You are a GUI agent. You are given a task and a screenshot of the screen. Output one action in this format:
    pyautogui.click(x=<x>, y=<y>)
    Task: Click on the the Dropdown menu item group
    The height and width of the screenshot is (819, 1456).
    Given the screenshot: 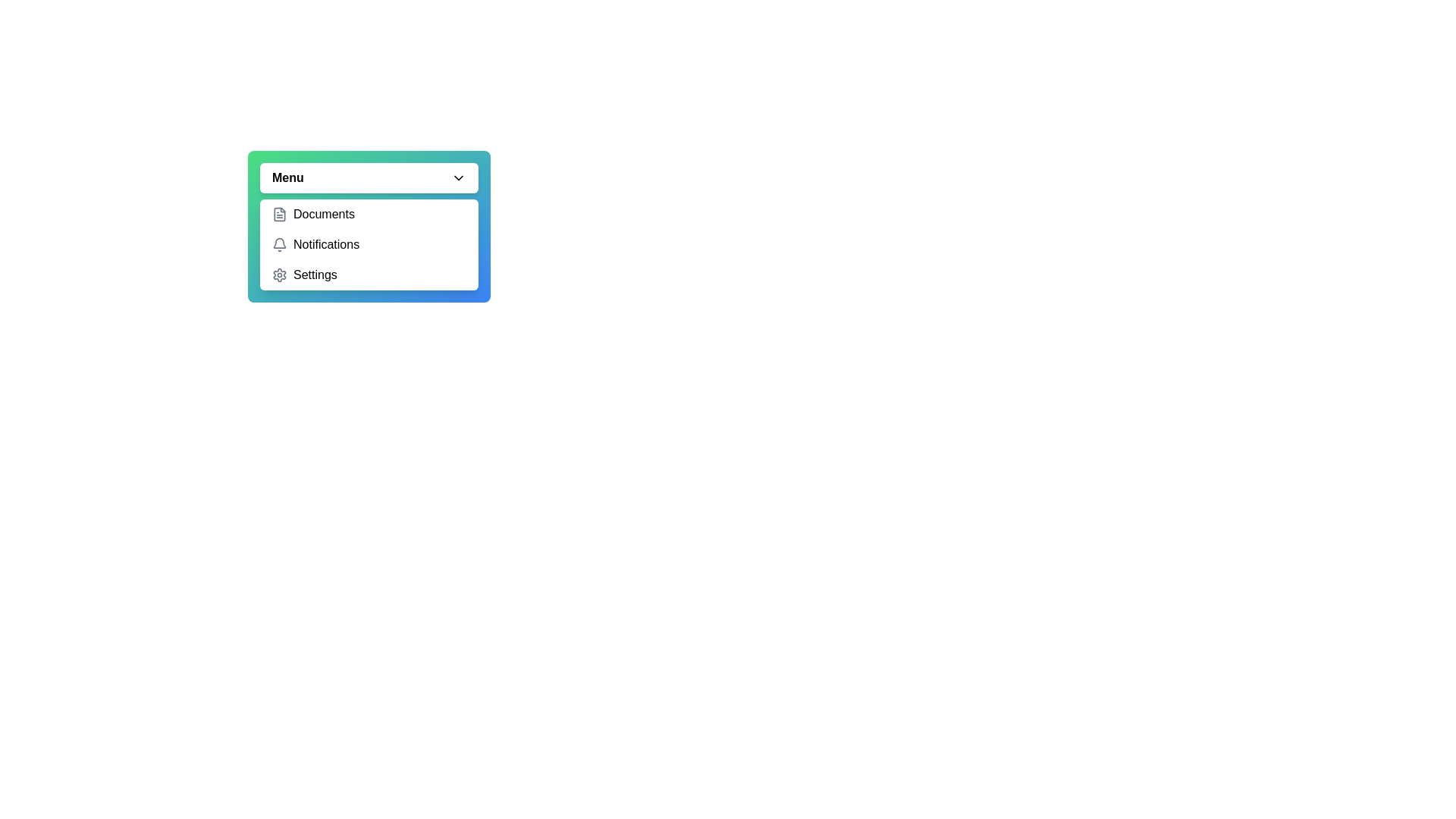 What is the action you would take?
    pyautogui.click(x=369, y=227)
    